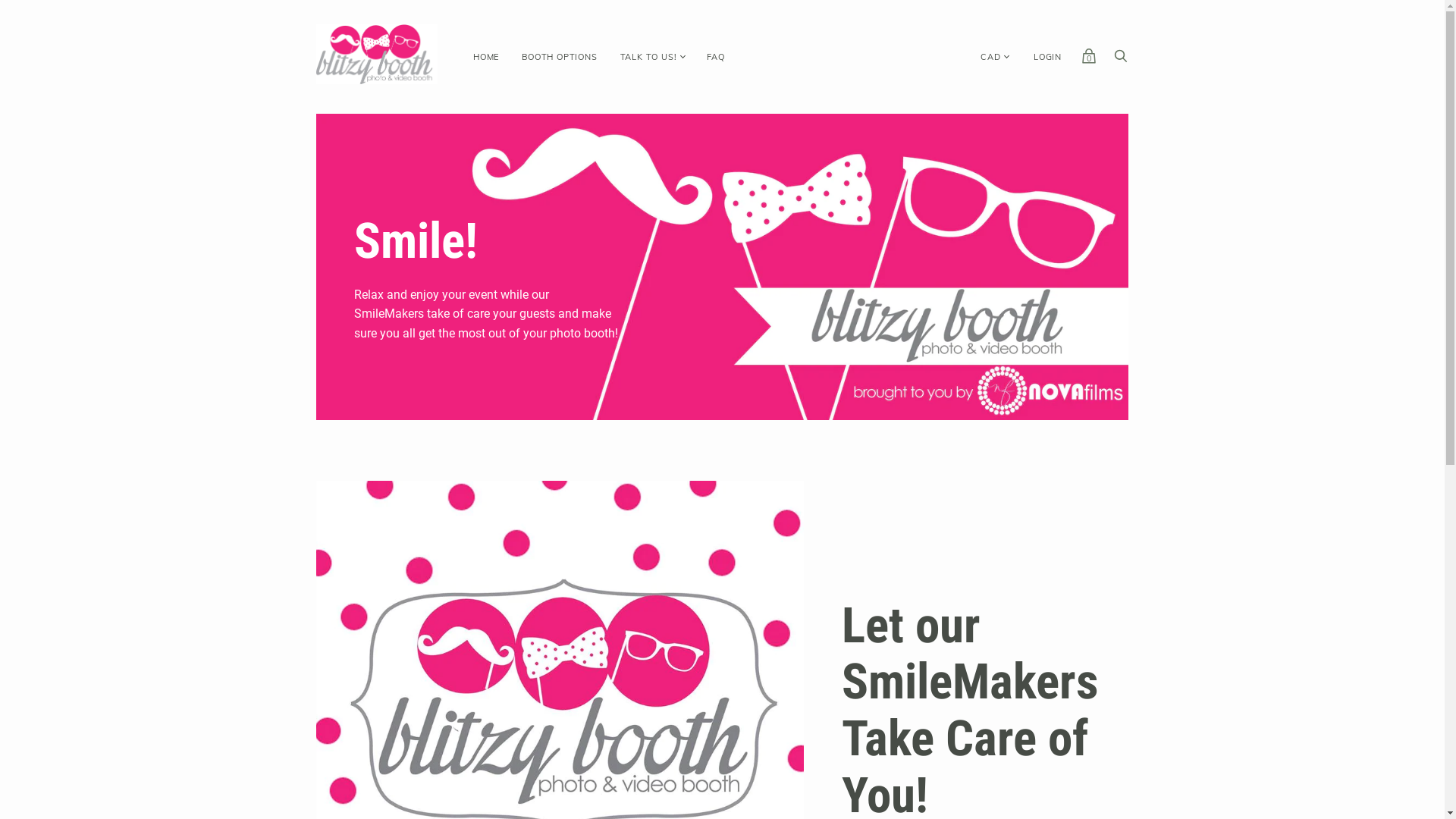 This screenshot has width=1456, height=819. I want to click on 'TALK TO US!', so click(648, 56).